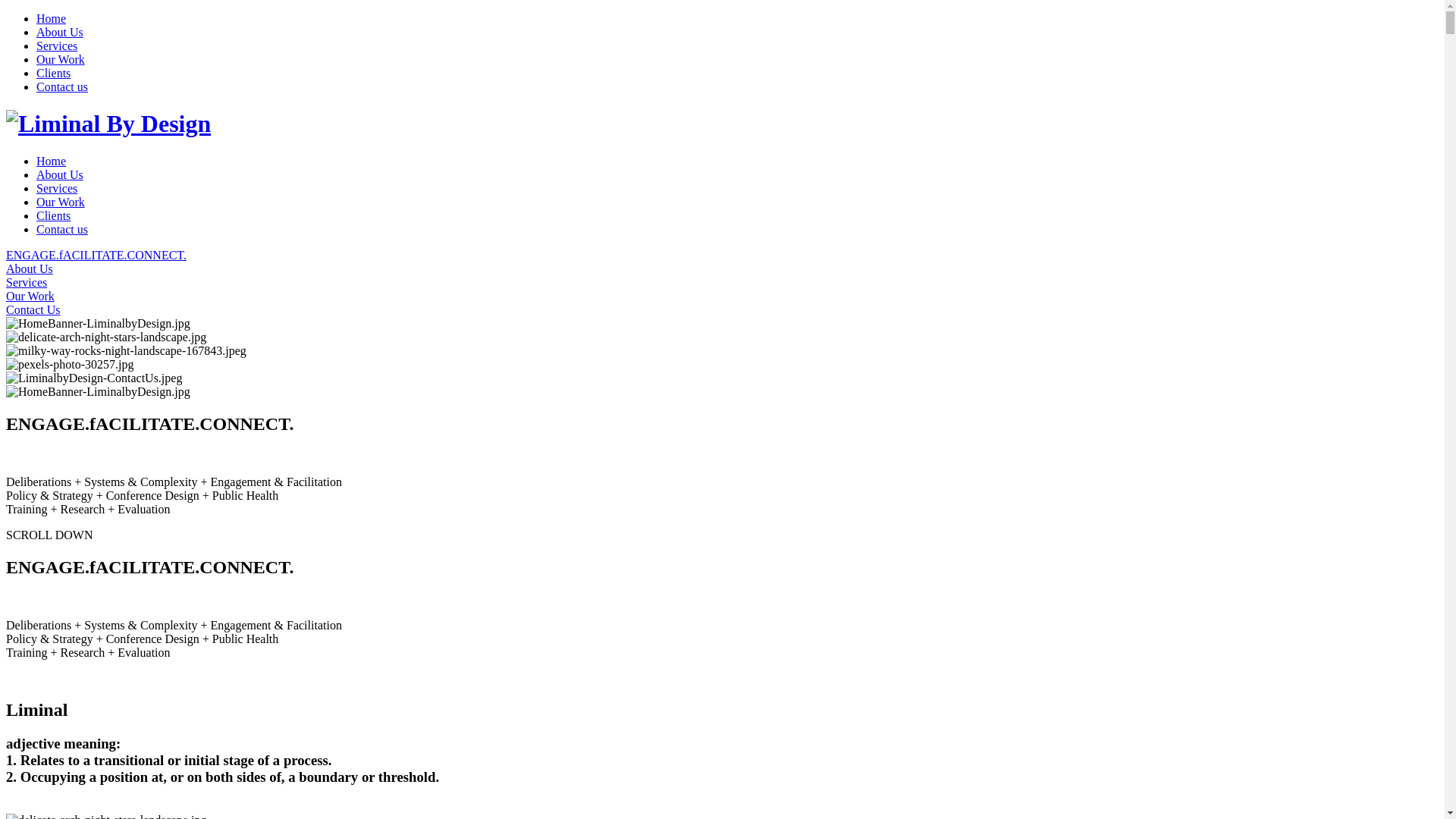 Image resolution: width=1456 pixels, height=819 pixels. I want to click on 'Our Work', so click(6, 296).